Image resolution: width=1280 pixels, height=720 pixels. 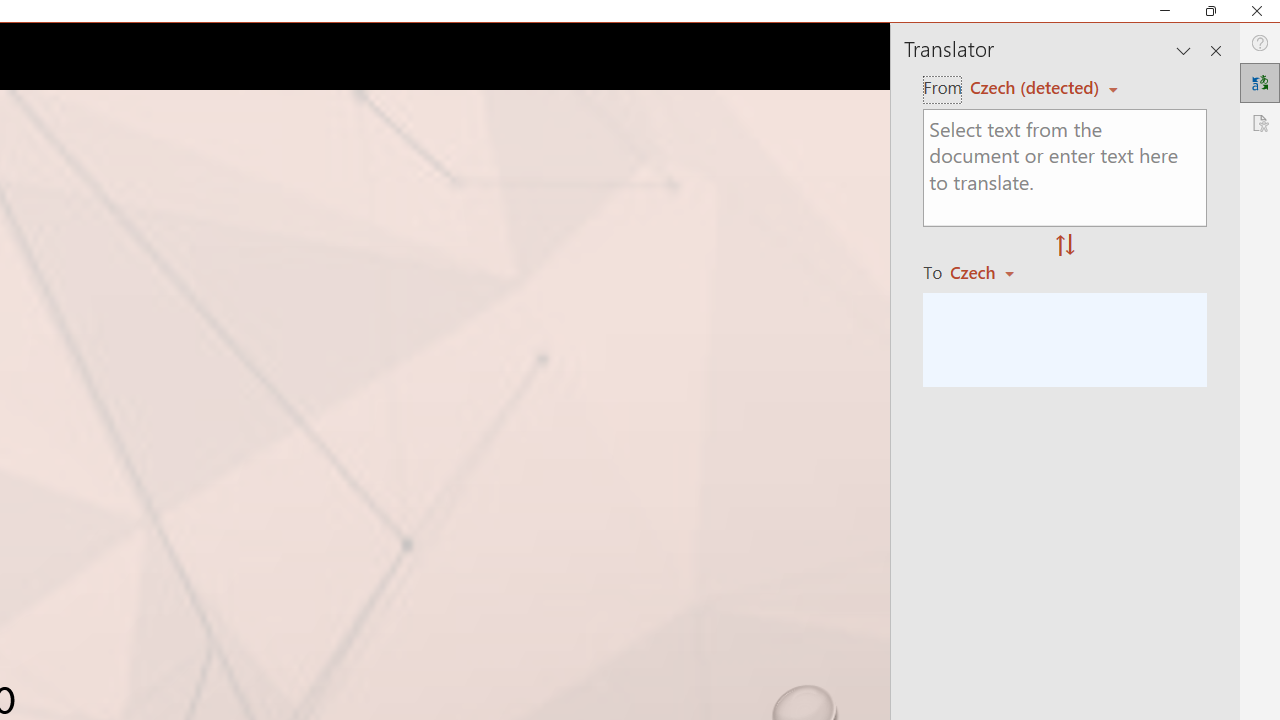 I want to click on 'Czech (detected)', so click(x=1037, y=86).